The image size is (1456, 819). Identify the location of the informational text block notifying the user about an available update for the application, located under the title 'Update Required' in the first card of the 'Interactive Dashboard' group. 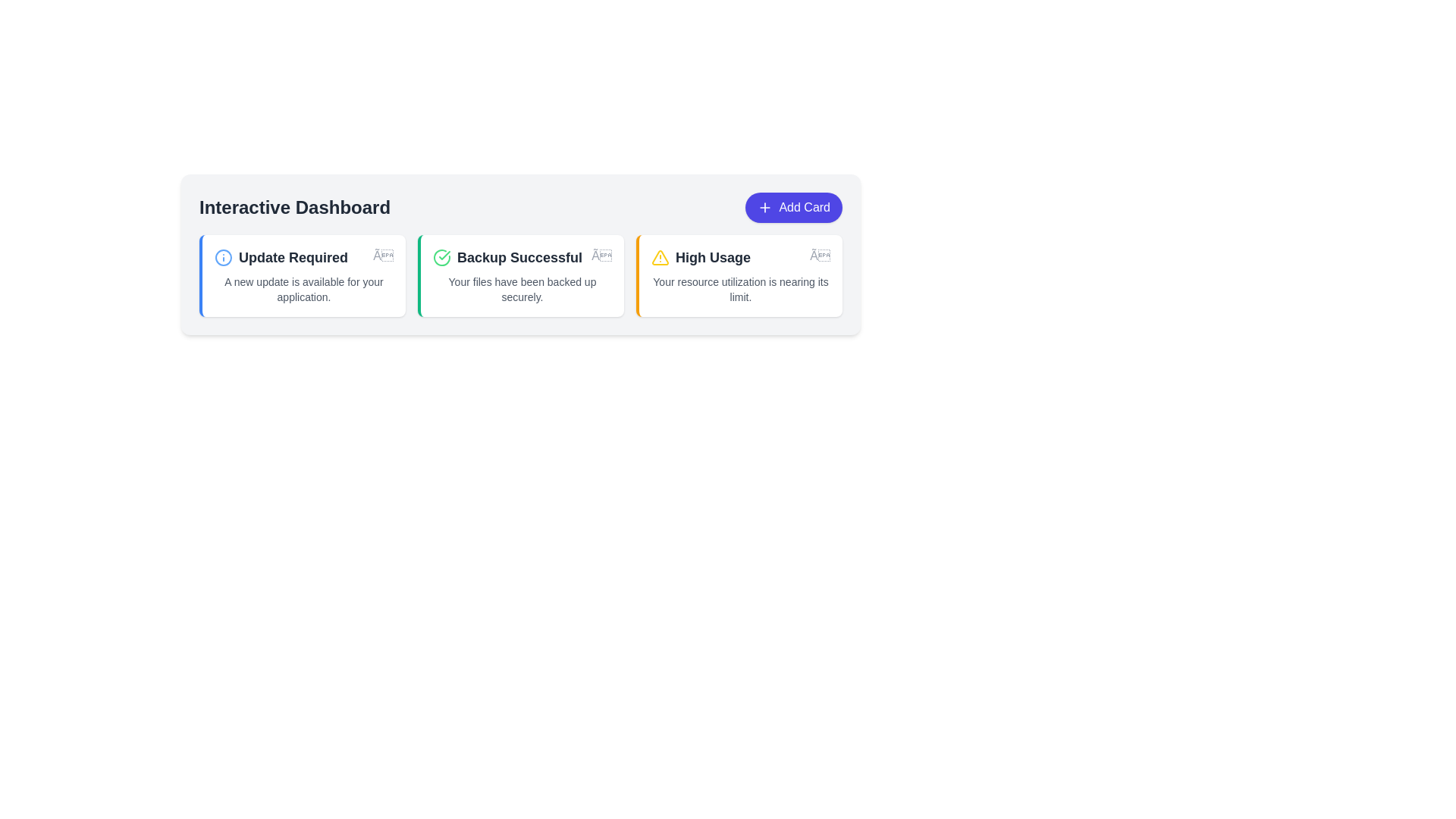
(303, 289).